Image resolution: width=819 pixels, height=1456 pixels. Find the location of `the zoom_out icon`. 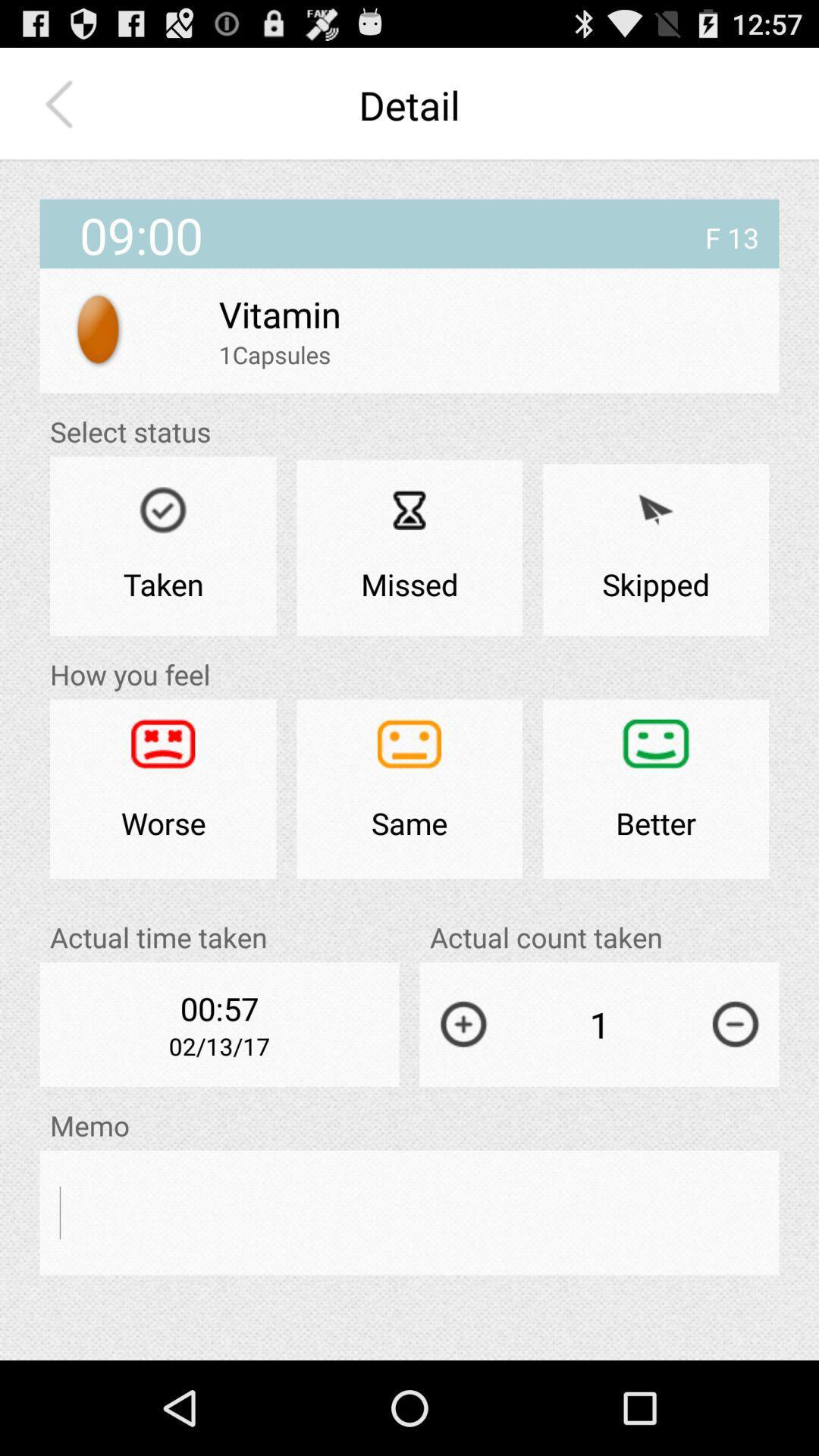

the zoom_out icon is located at coordinates (735, 1096).